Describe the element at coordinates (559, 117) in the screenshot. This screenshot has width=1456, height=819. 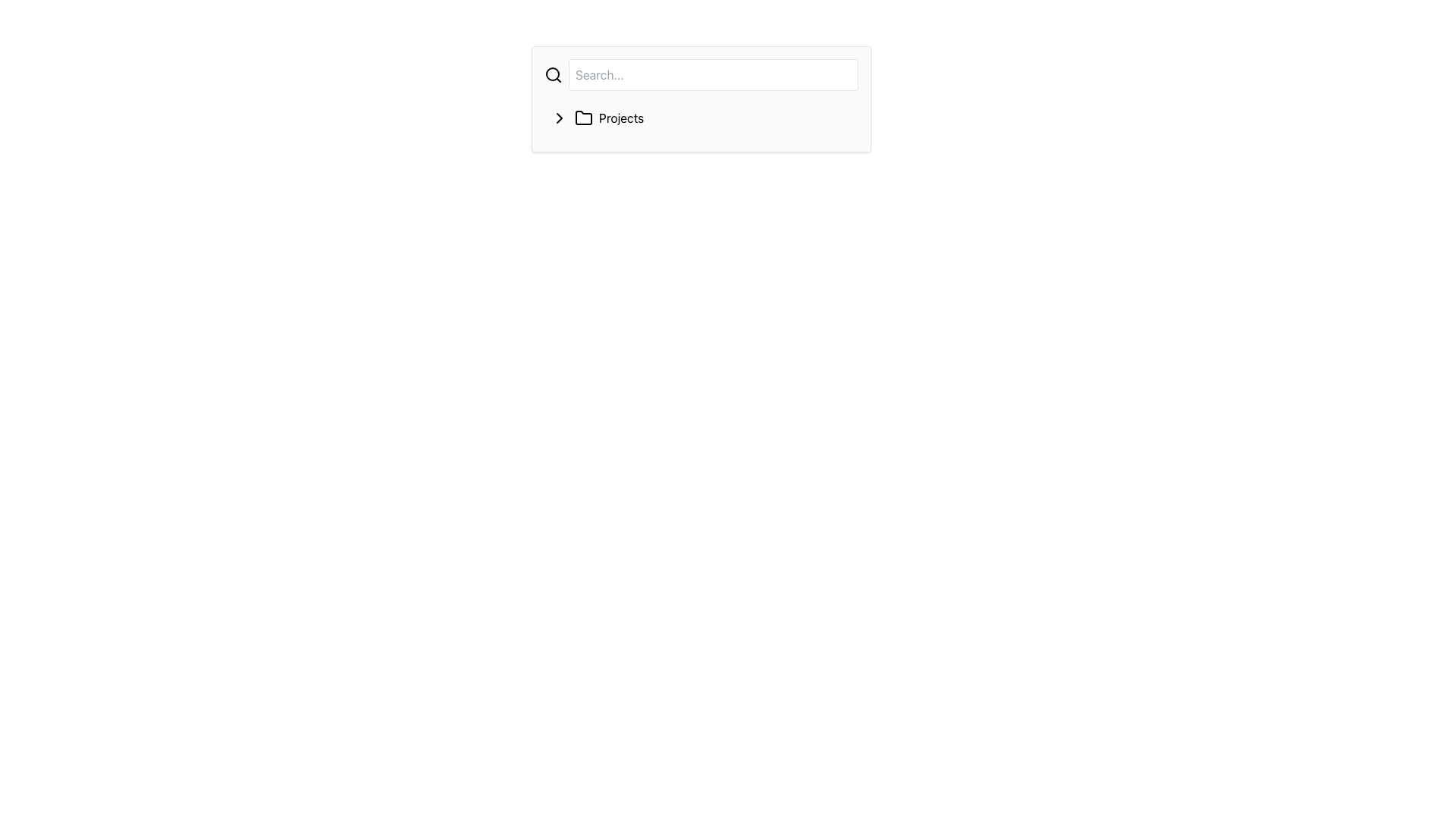
I see `the SVG Icon (Chevron) located to the left of the 'Projects' folder icon` at that location.